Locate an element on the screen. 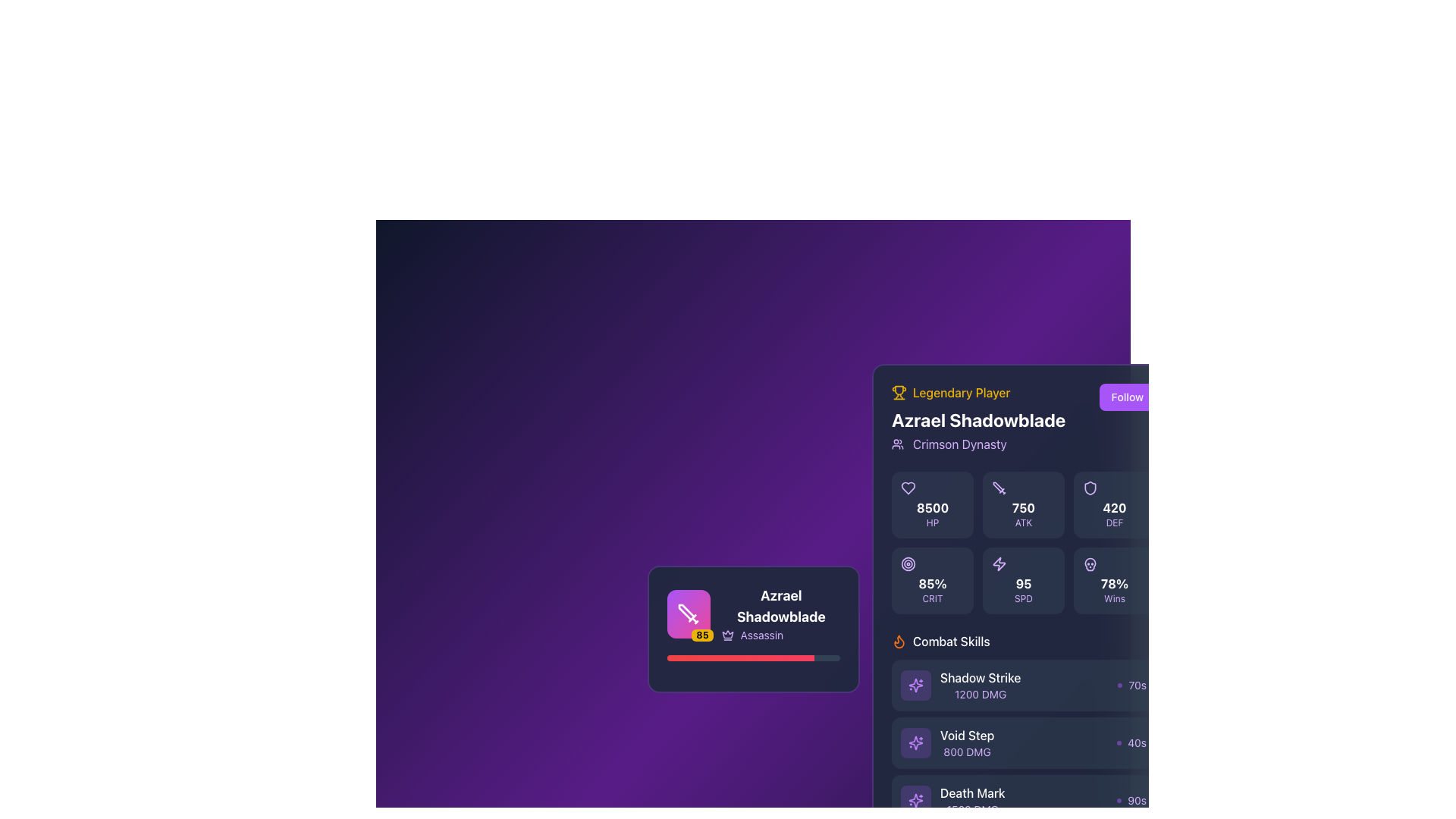 The width and height of the screenshot is (1456, 819). the small decorative golden trophy icon that signifies importance, located next to the 'Legendary Player' text is located at coordinates (899, 391).